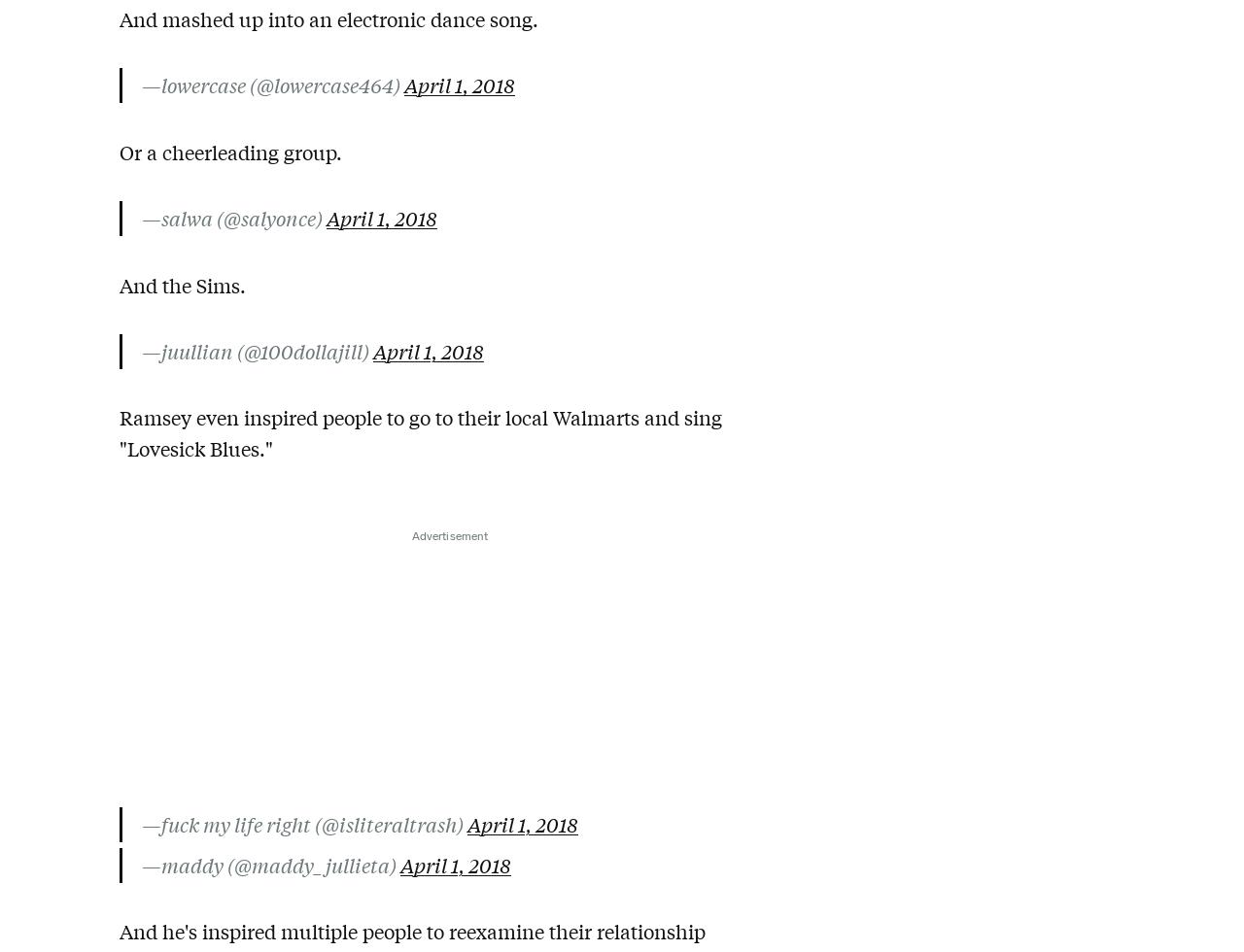  What do you see at coordinates (119, 432) in the screenshot?
I see `'Ramsey even inspired people to go to their local Walmarts and sing "Lovesick Blues."'` at bounding box center [119, 432].